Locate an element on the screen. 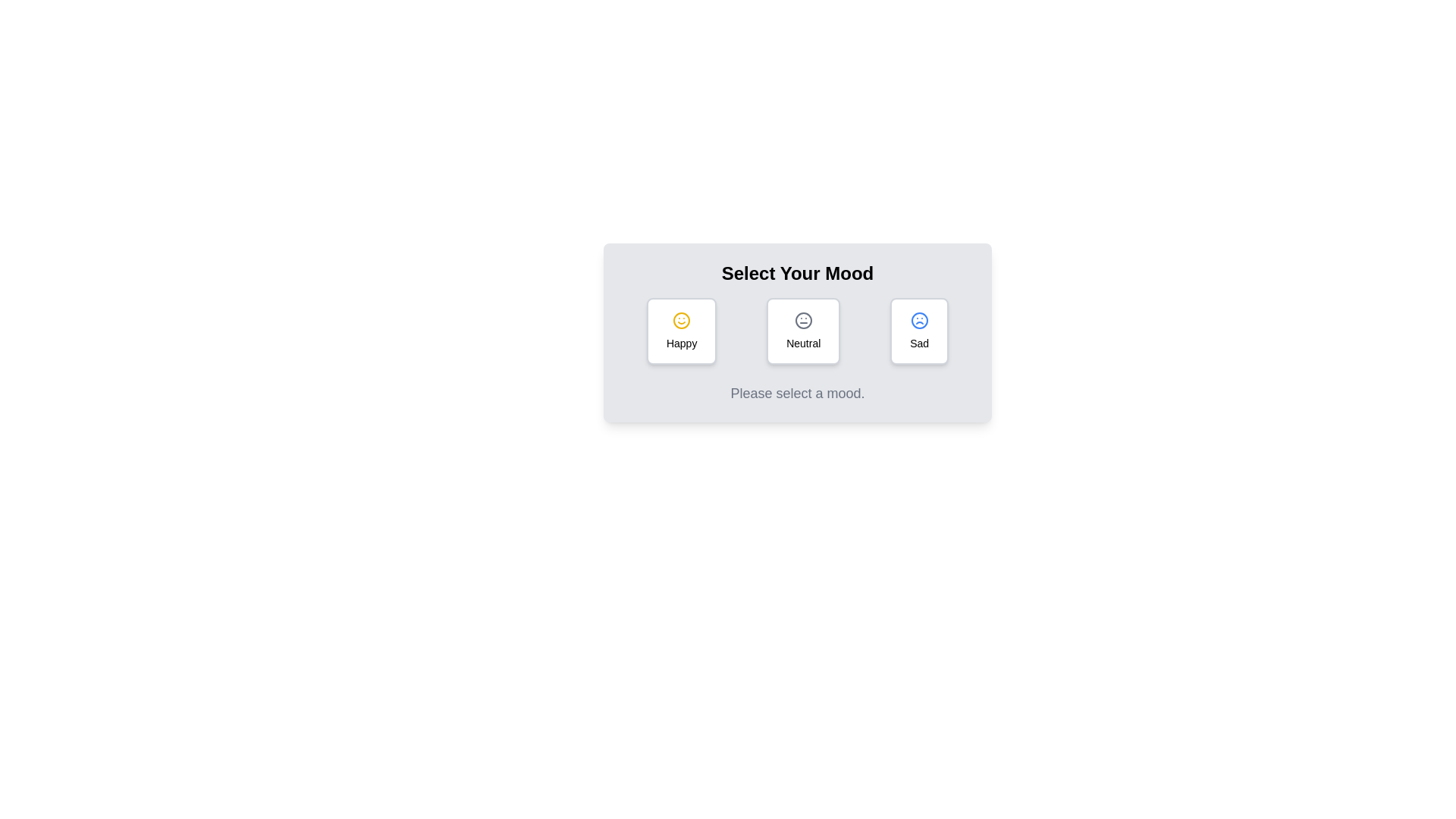 This screenshot has height=819, width=1456. the Group of buttons for mood selection is located at coordinates (796, 330).